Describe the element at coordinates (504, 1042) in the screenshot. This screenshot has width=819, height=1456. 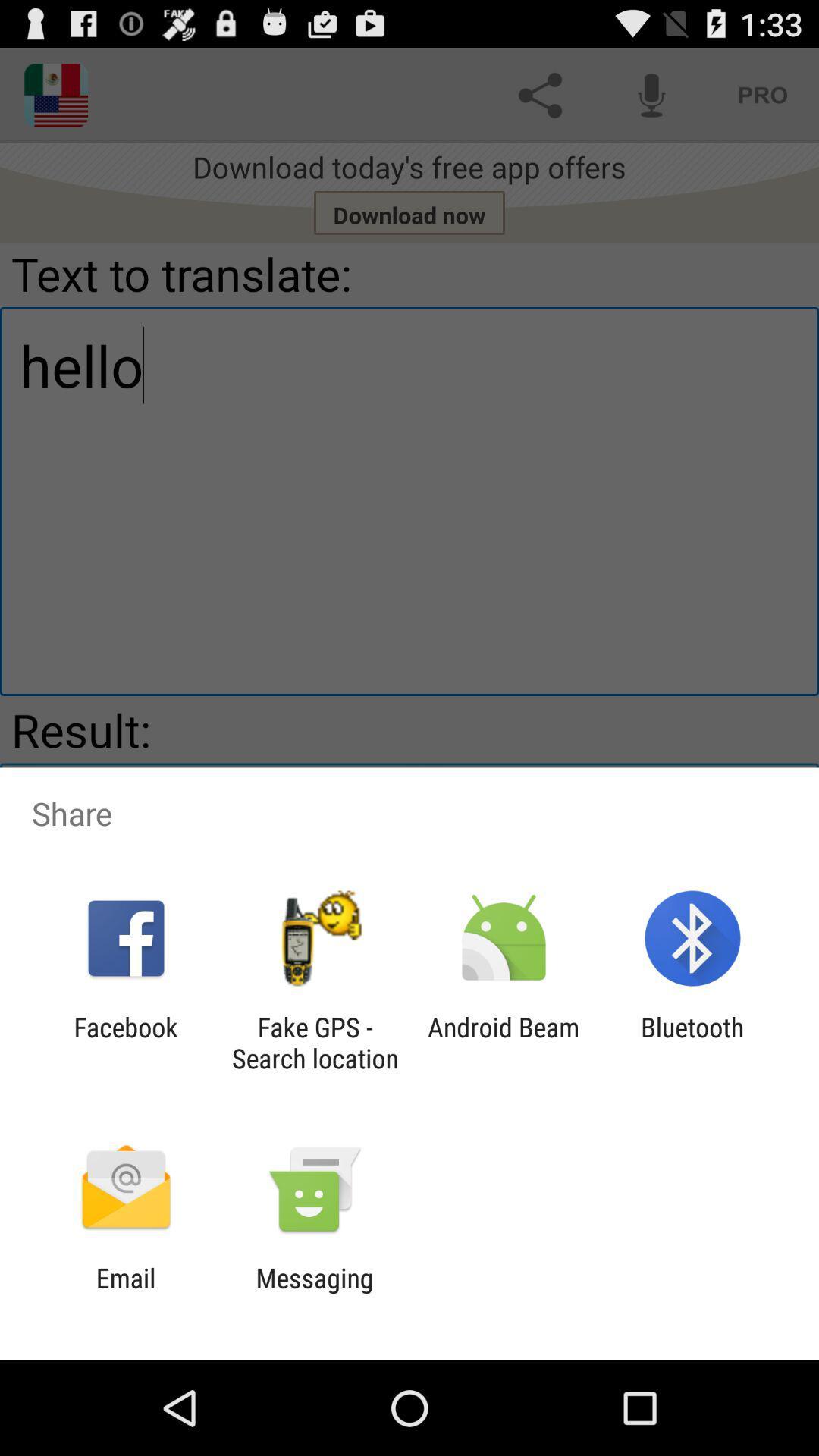
I see `android beam icon` at that location.